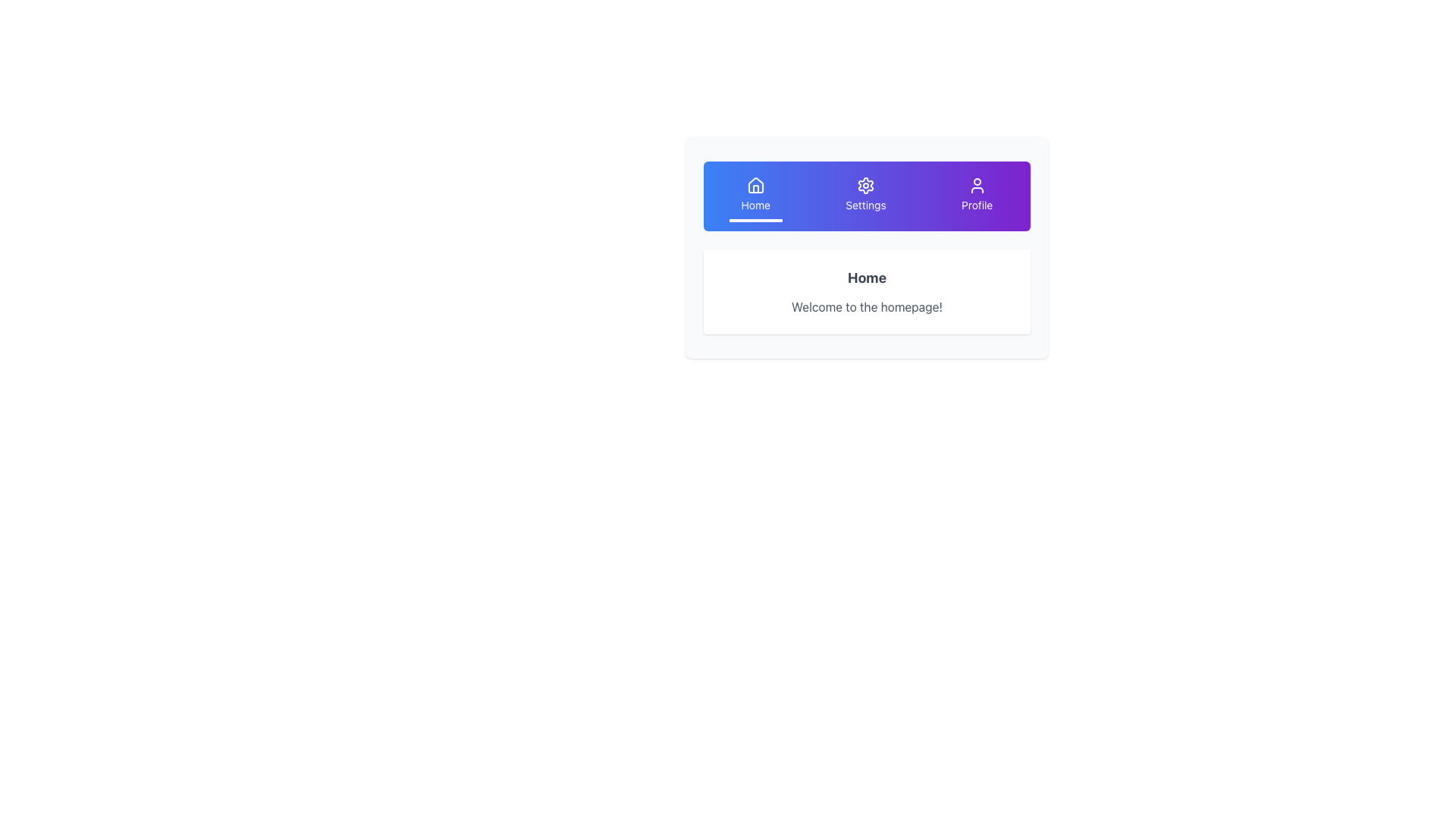  I want to click on the content display area that showcases the title 'Home' and description 'Welcome to the homepage!', so click(867, 247).